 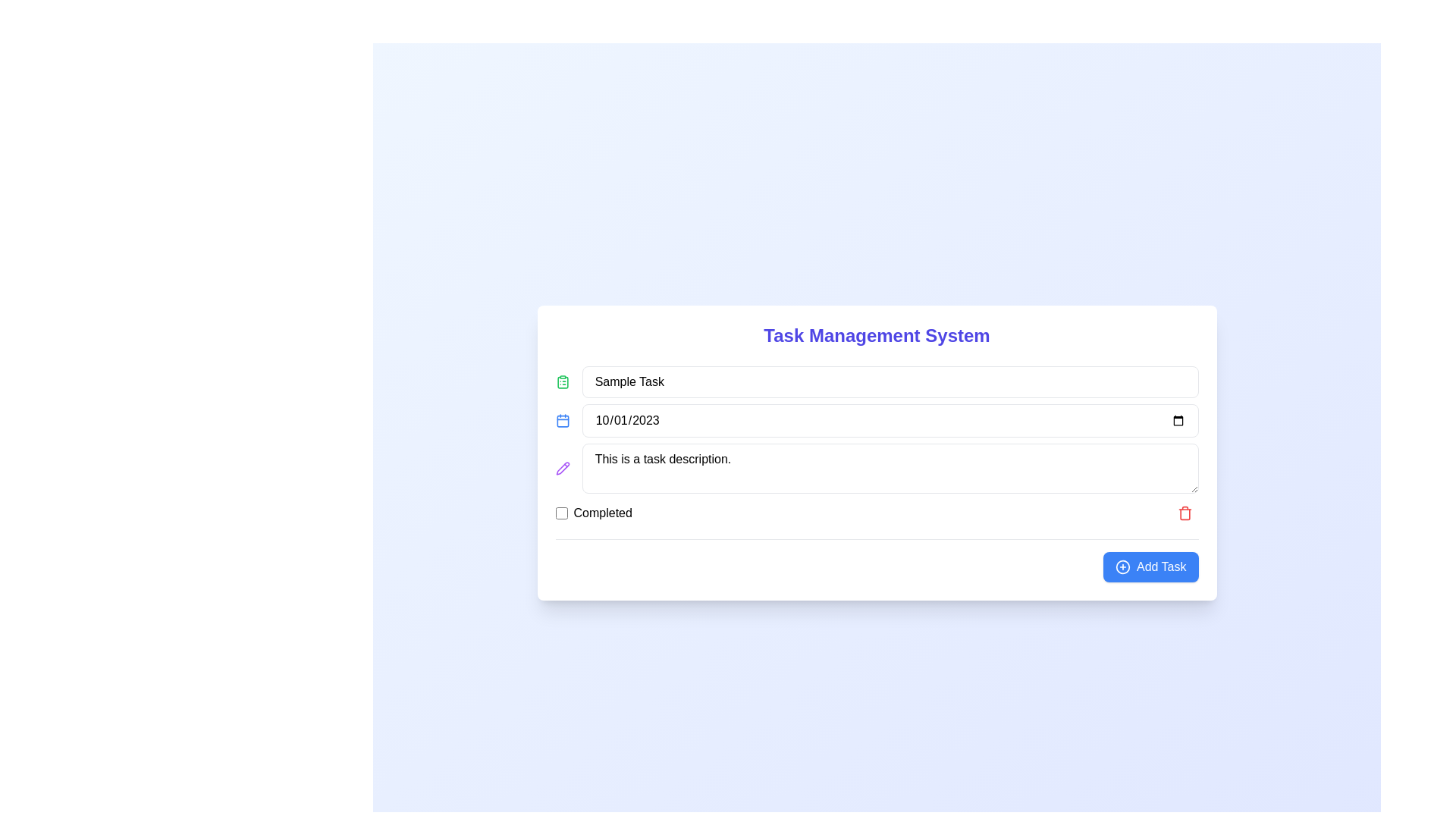 I want to click on the descriptive text label that clarifies the function of the checkbox for marking tasks as completed, which is positioned to the right of the checkbox in the bottom section of the white card interface, so click(x=602, y=512).